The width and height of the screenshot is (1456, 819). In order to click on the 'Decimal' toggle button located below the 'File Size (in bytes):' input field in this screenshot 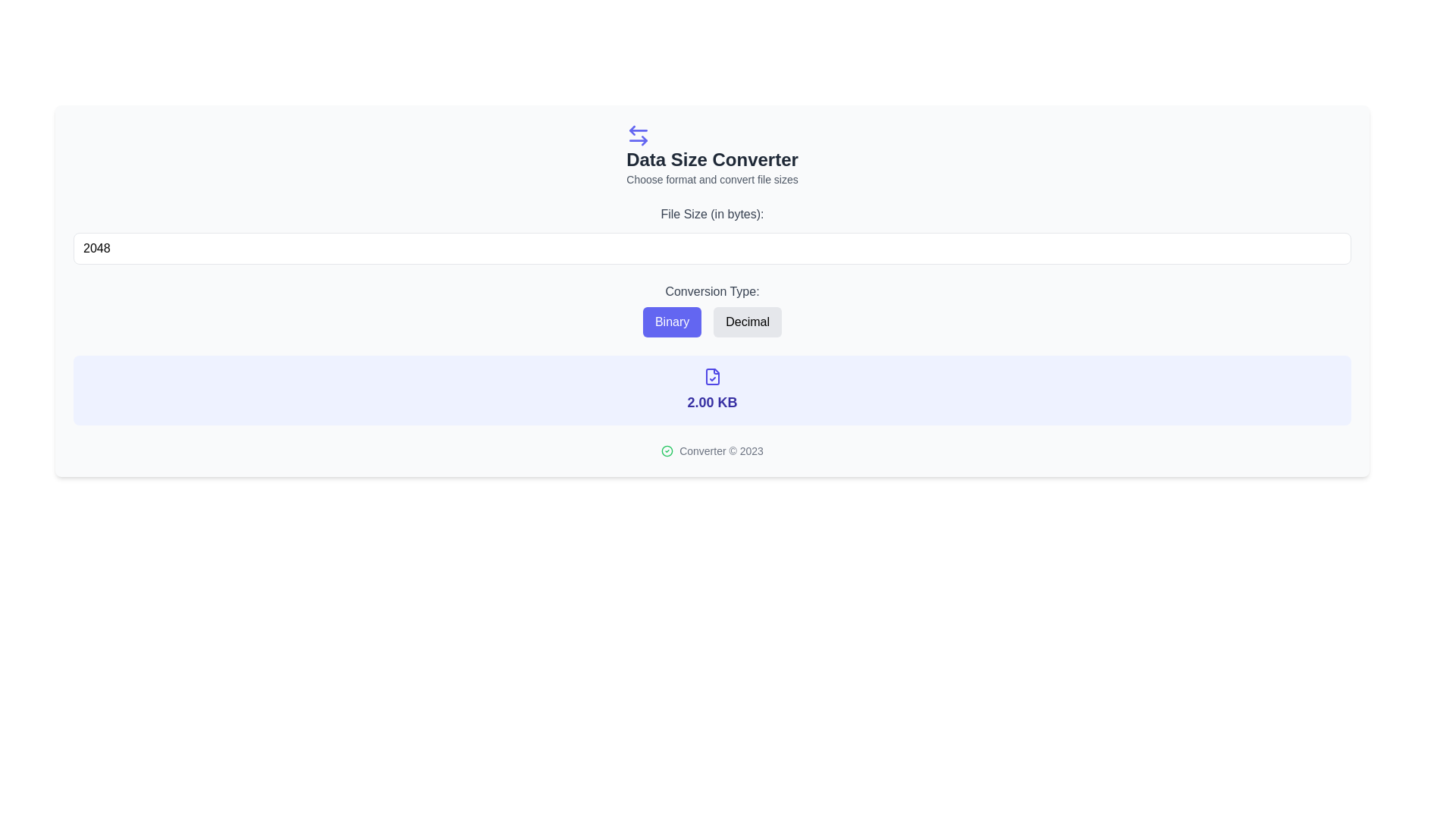, I will do `click(711, 309)`.